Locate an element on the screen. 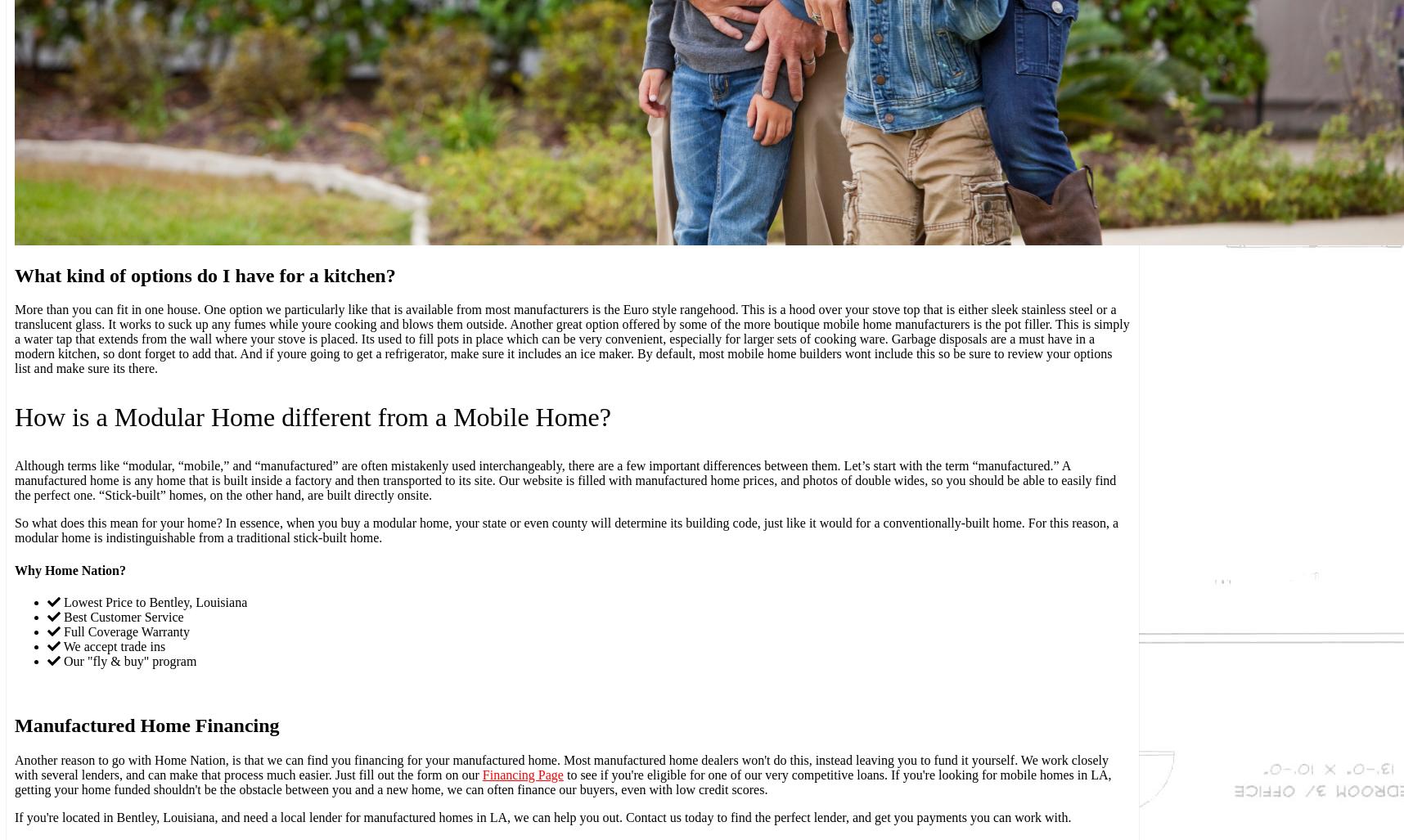 This screenshot has width=1404, height=840. 'Financing Page' is located at coordinates (522, 774).